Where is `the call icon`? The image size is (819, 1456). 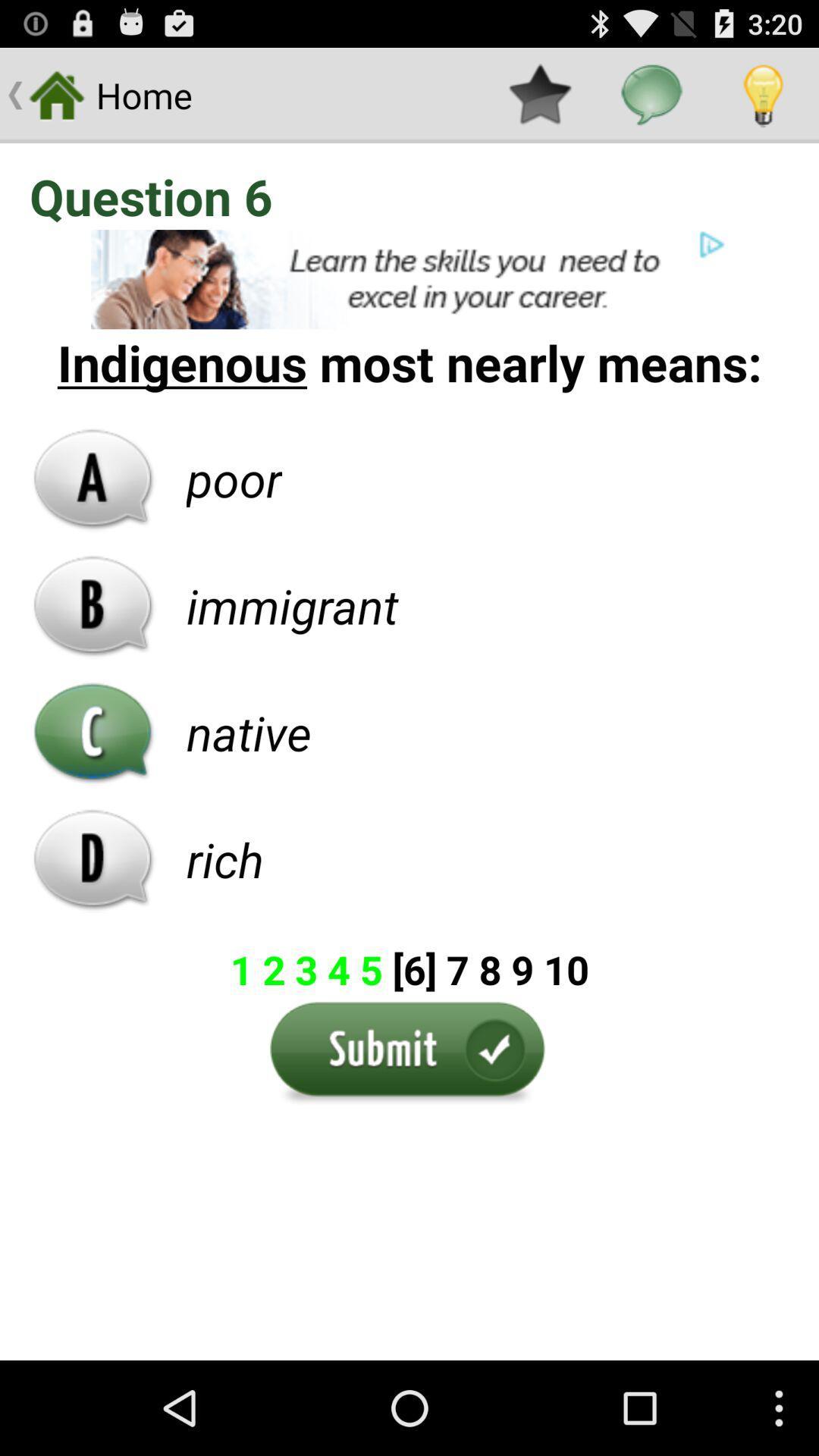 the call icon is located at coordinates (93, 784).